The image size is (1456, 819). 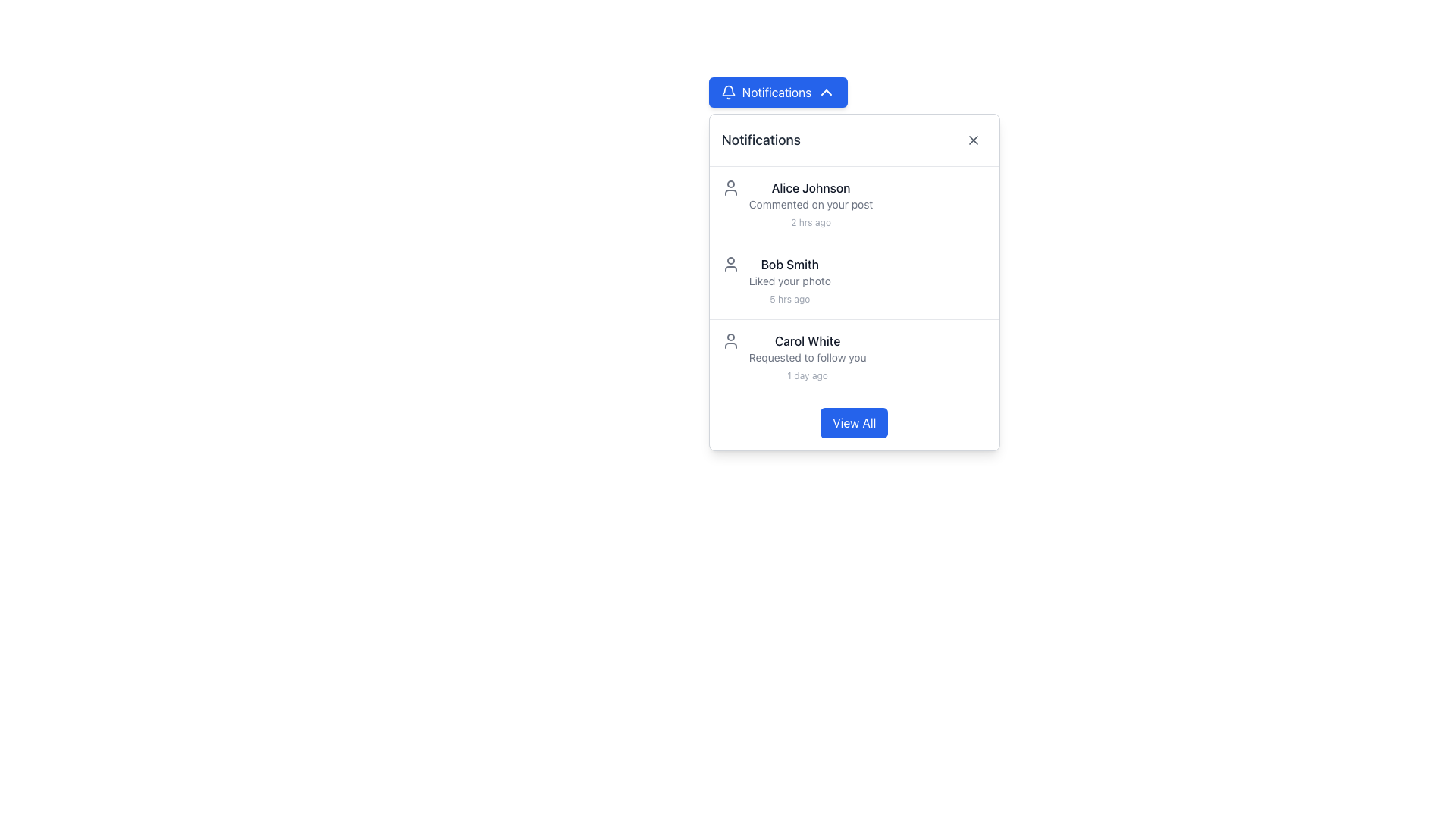 I want to click on timestamp text ('5 hrs ago') located in the notification panel under the message summary ('Liked your photo') from Bob Smith, so click(x=789, y=299).